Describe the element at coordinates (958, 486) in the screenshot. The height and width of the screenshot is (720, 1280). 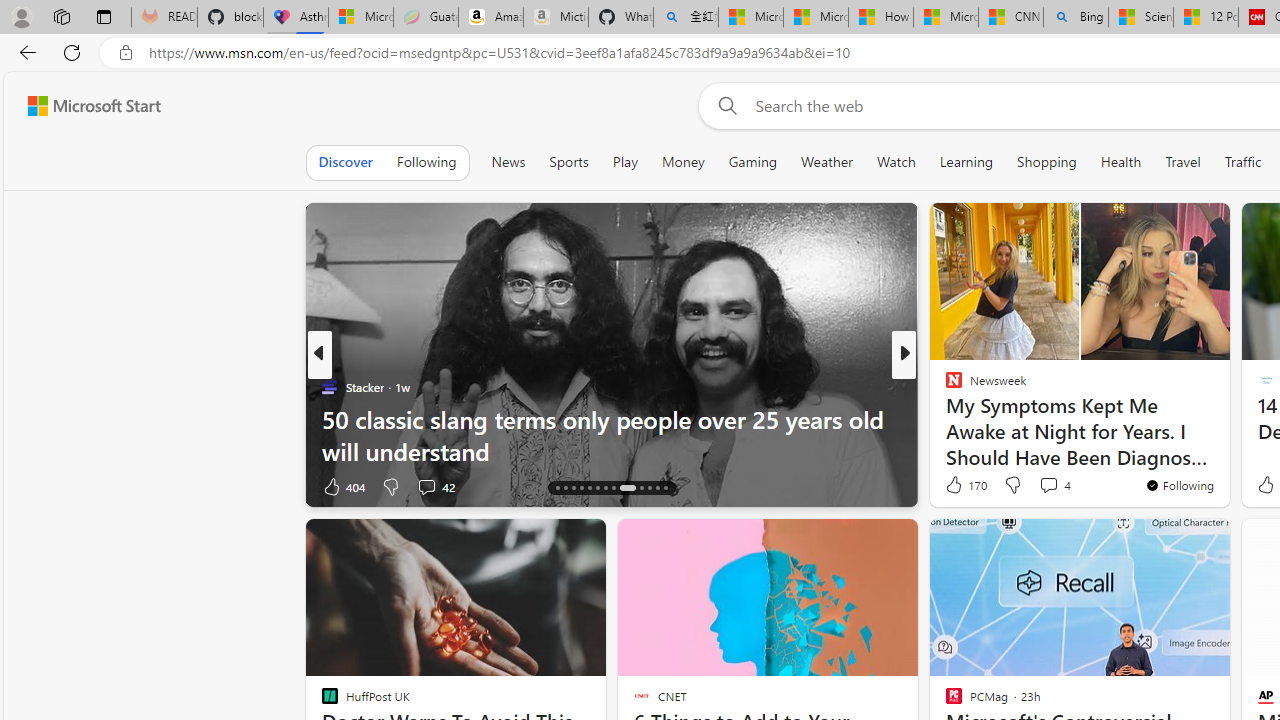
I see `'636 Like'` at that location.